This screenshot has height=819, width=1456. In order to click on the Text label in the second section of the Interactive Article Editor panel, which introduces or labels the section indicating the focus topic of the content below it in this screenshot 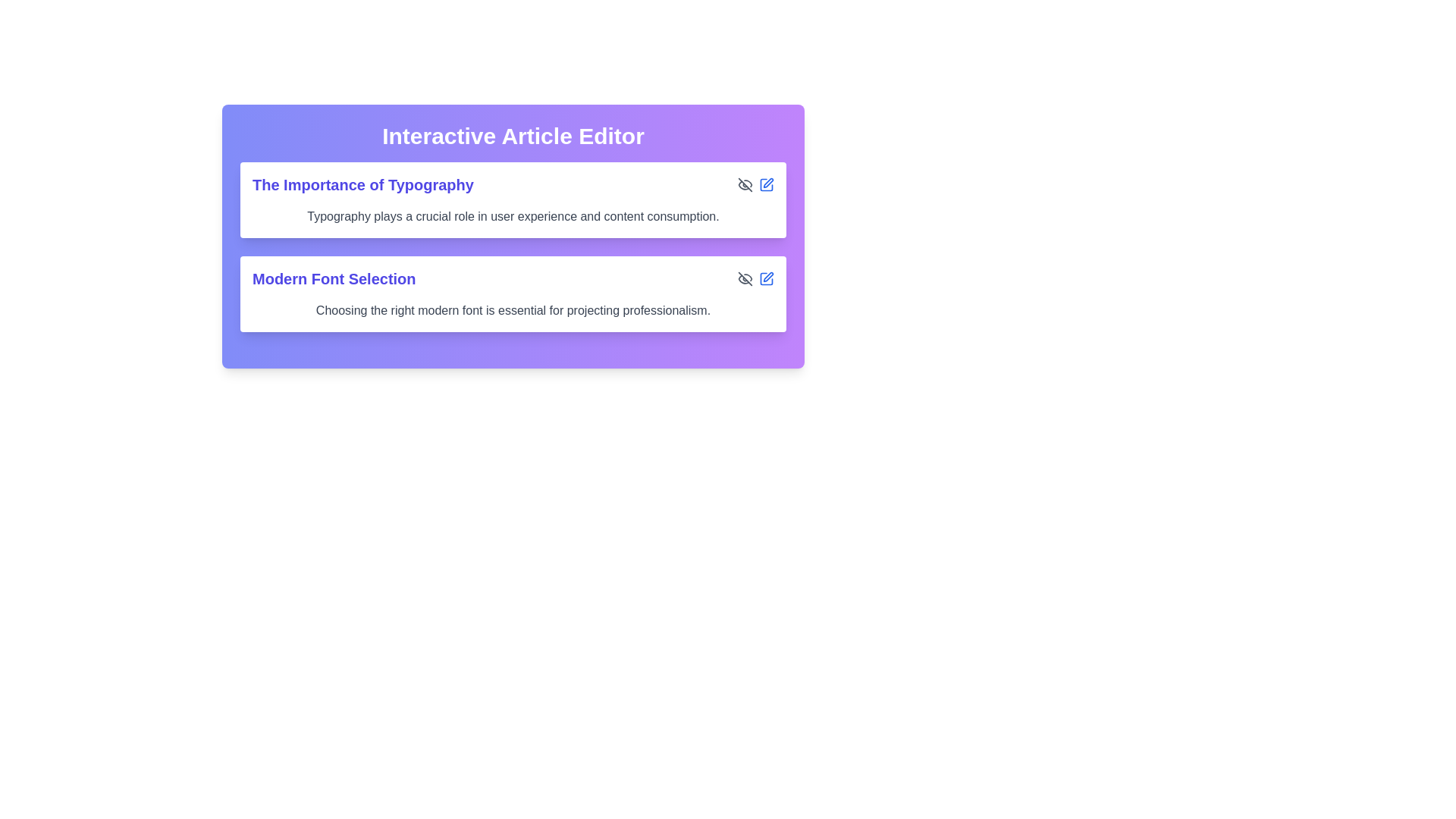, I will do `click(333, 278)`.